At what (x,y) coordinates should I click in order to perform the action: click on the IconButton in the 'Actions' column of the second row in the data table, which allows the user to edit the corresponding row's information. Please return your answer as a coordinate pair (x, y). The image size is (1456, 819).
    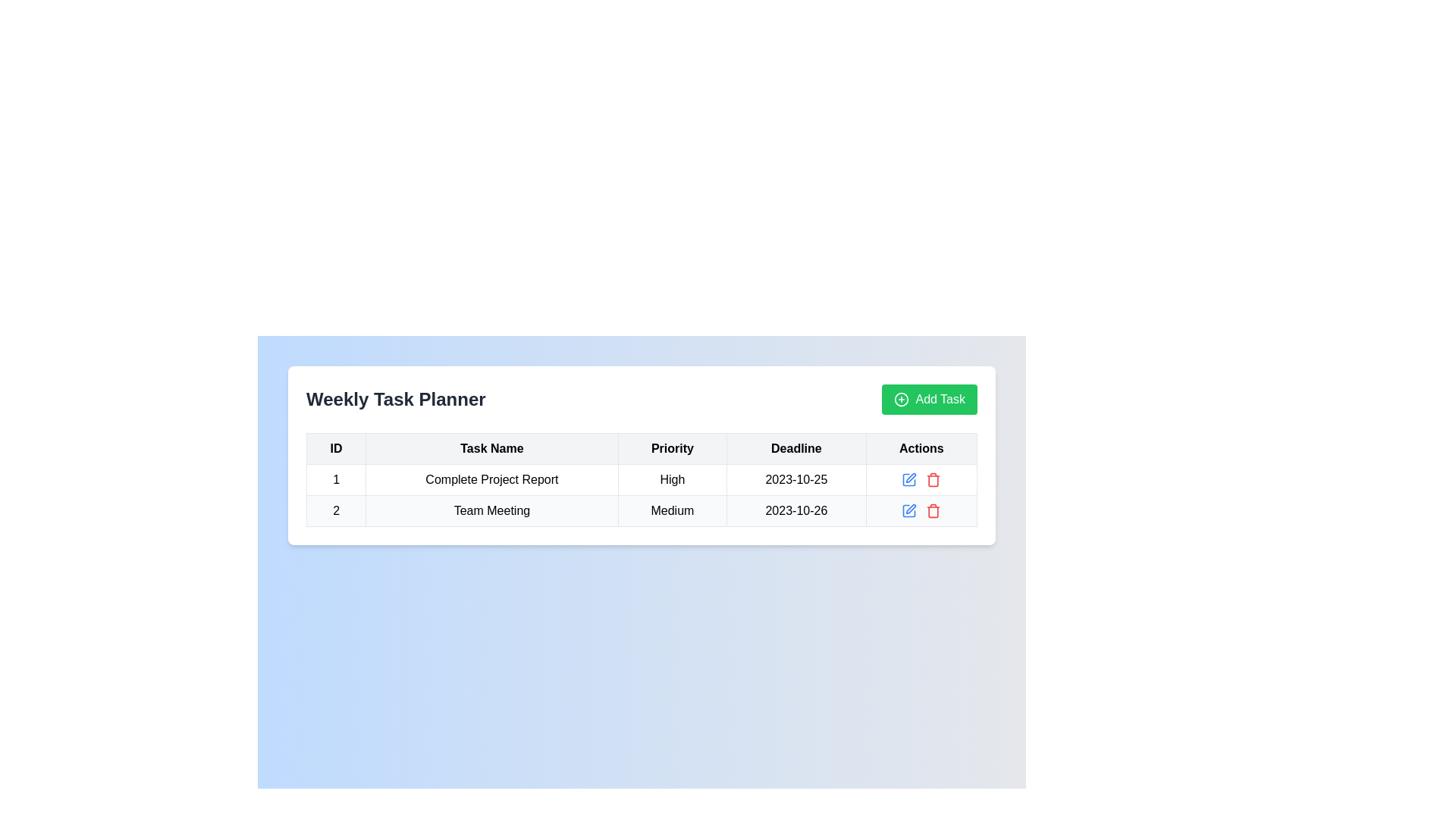
    Looking at the image, I should click on (909, 479).